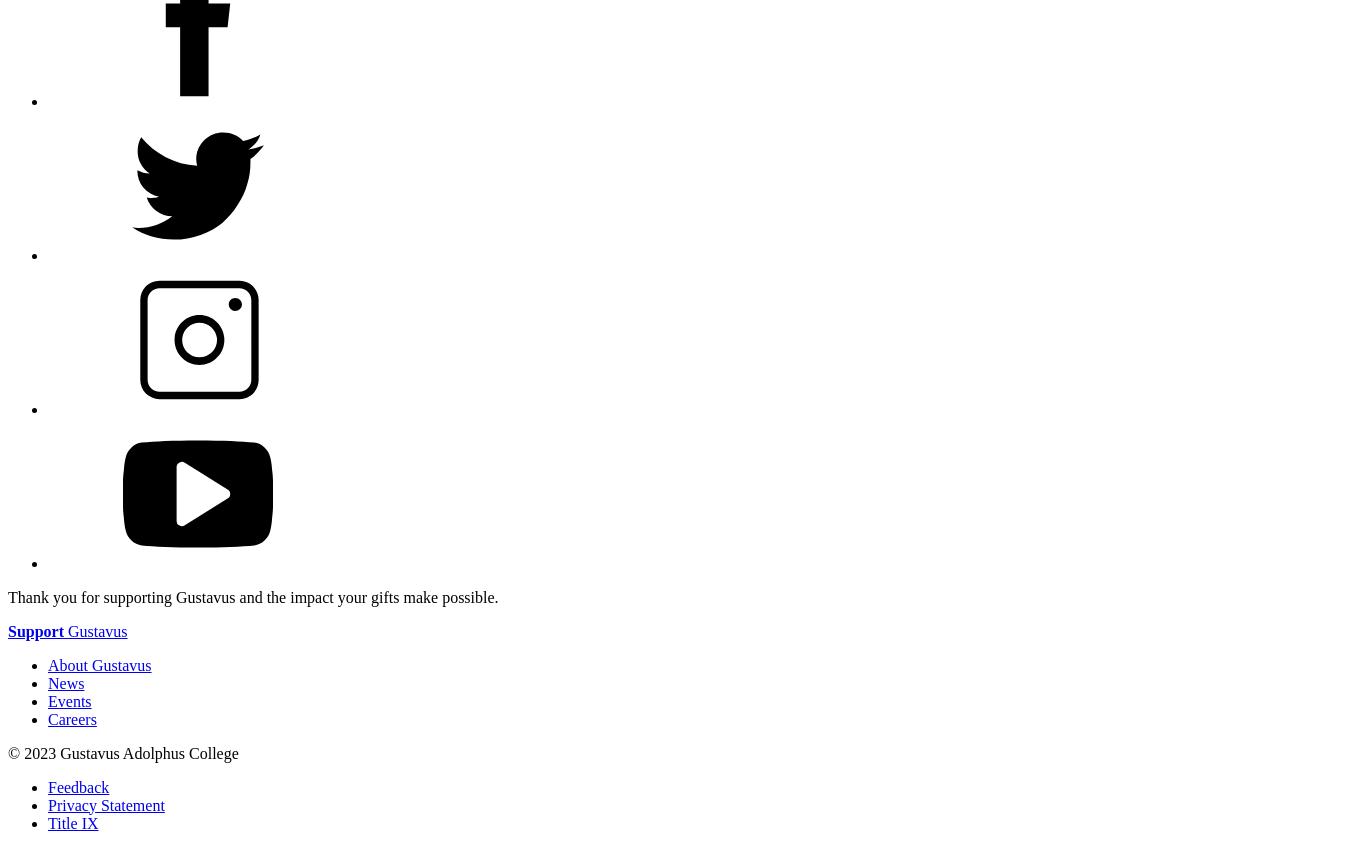 The image size is (1366, 848). I want to click on 'Feedback', so click(78, 785).